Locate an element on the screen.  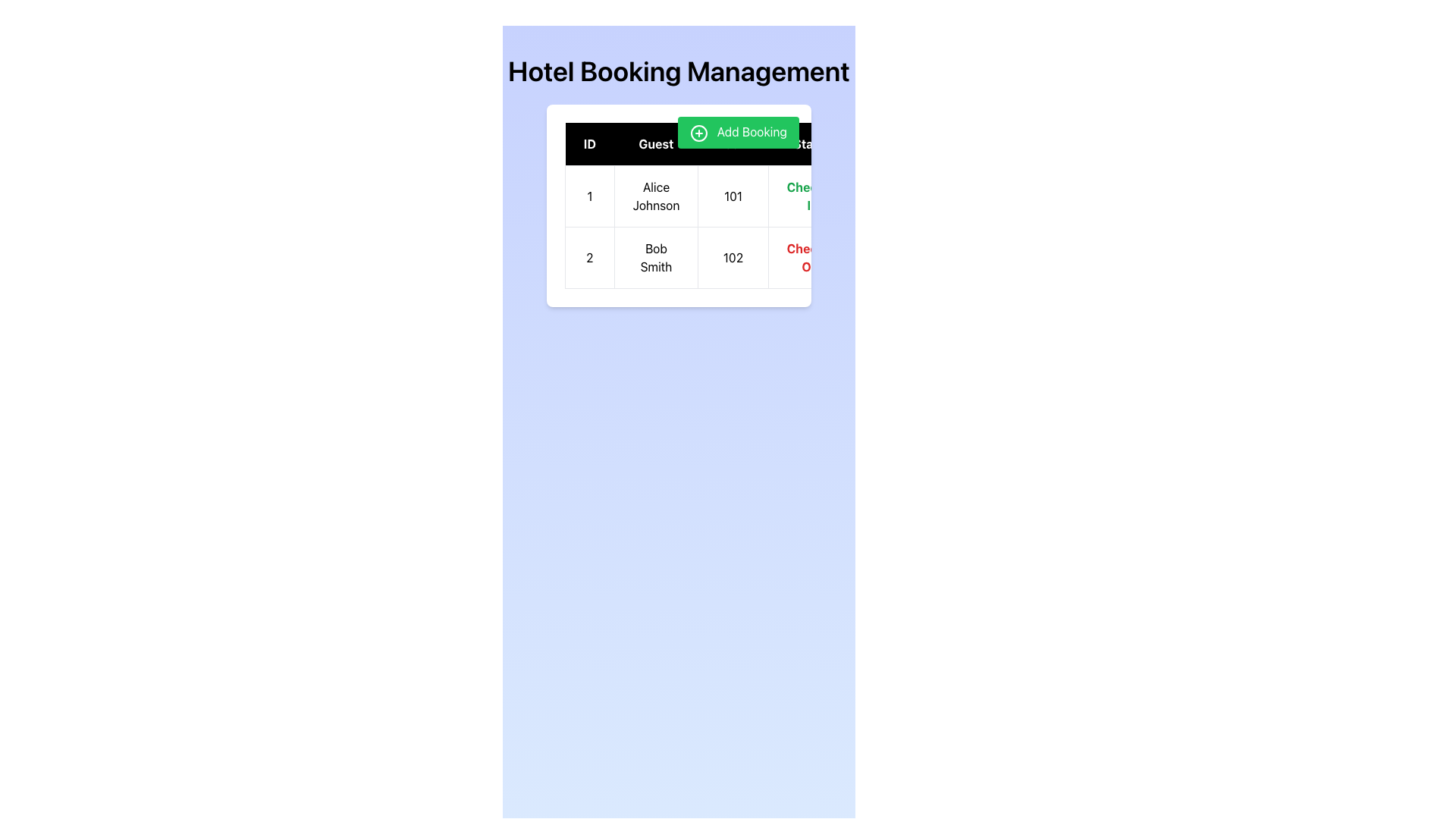
the Text Display element that shows the name of a guest, located in the first row and second column of the table, positioned between '1' and '101' is located at coordinates (656, 195).